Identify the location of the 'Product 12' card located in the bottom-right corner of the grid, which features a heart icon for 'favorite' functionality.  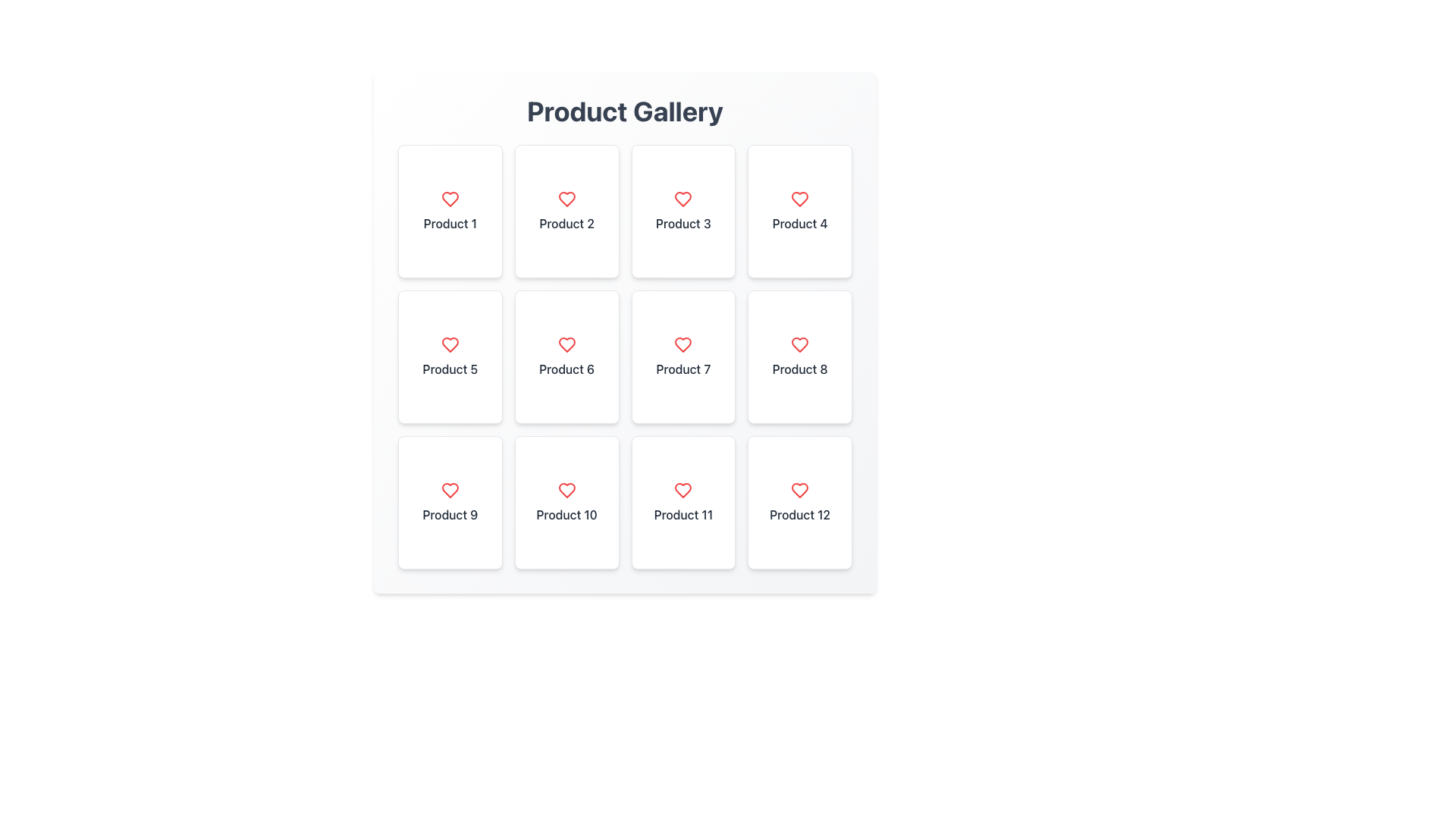
(799, 503).